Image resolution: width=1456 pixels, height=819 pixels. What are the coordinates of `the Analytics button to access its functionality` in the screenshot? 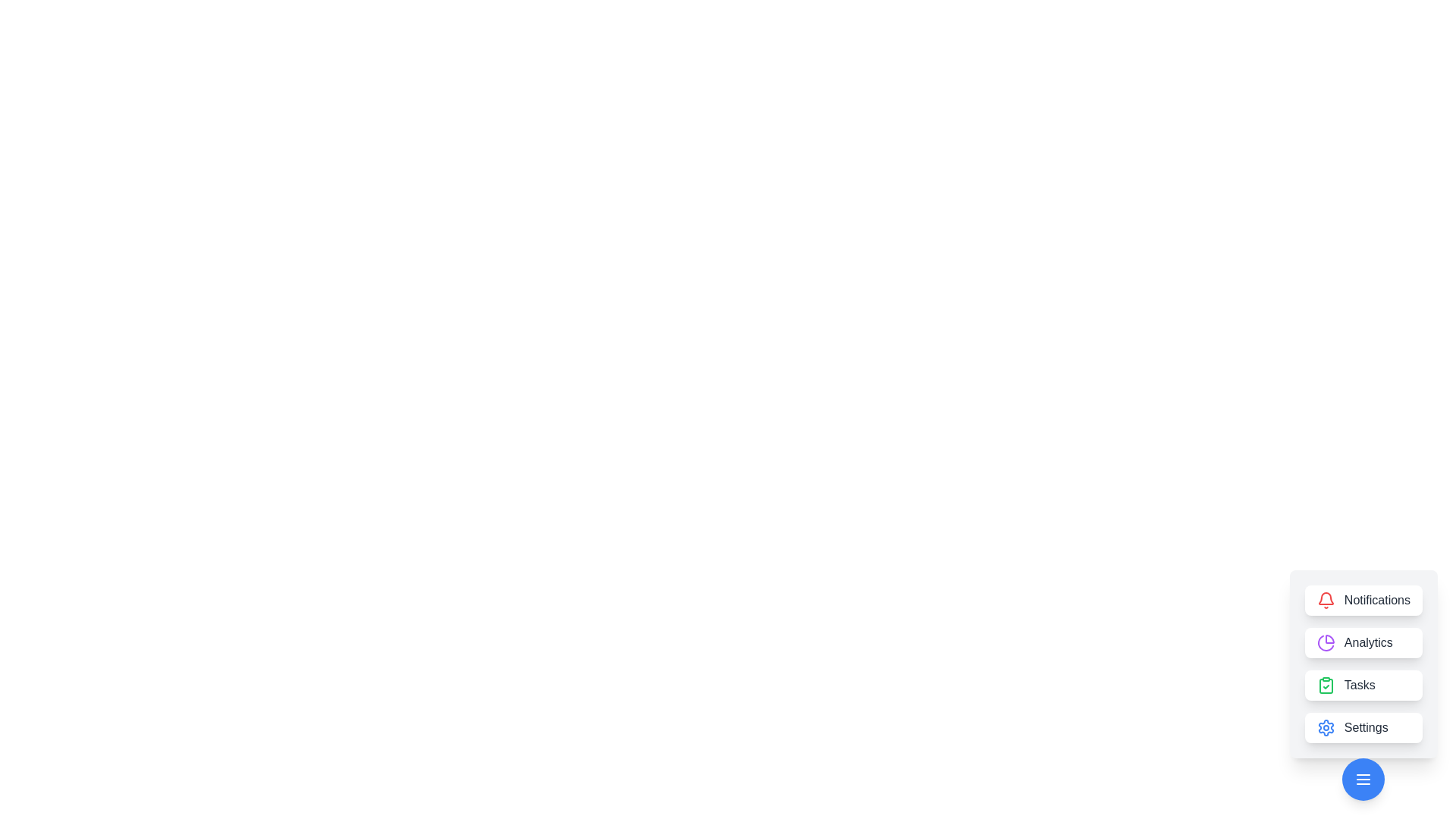 It's located at (1363, 643).